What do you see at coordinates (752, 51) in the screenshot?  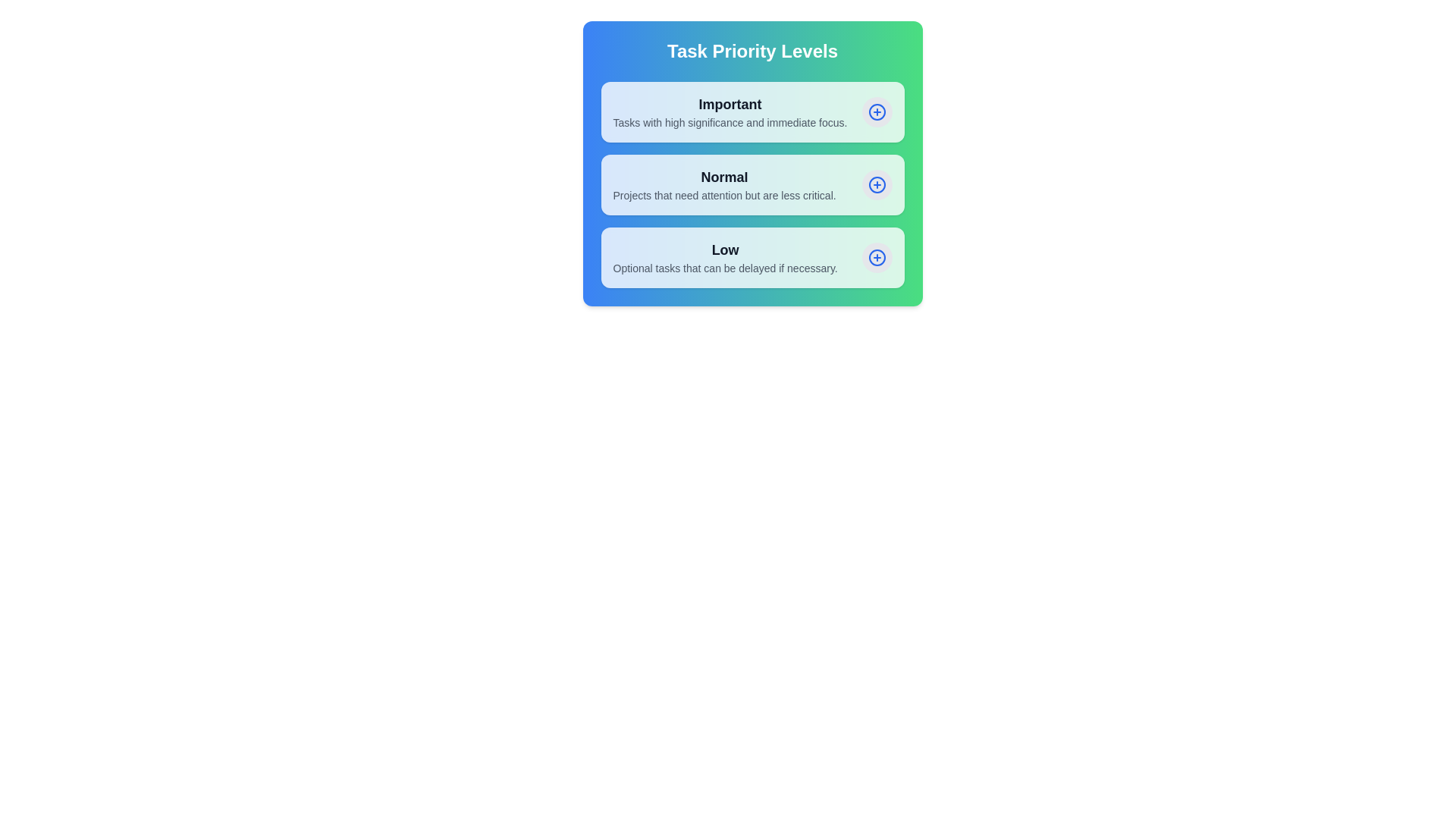 I see `the prominent title element displaying 'Task Priority Levels' in large, bold, white font, located at the top of the header section with a gradient background` at bounding box center [752, 51].